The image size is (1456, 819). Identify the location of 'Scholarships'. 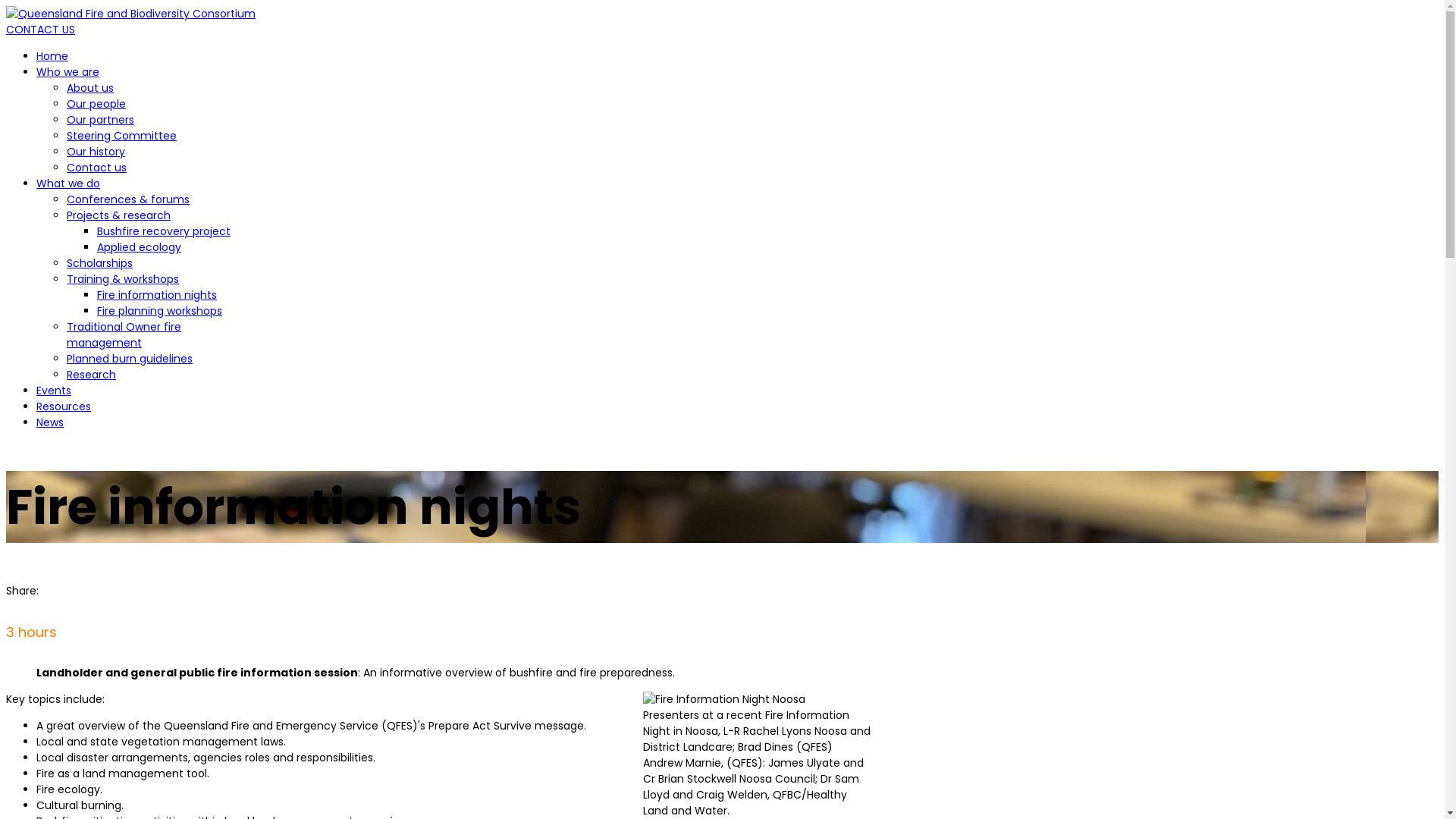
(65, 262).